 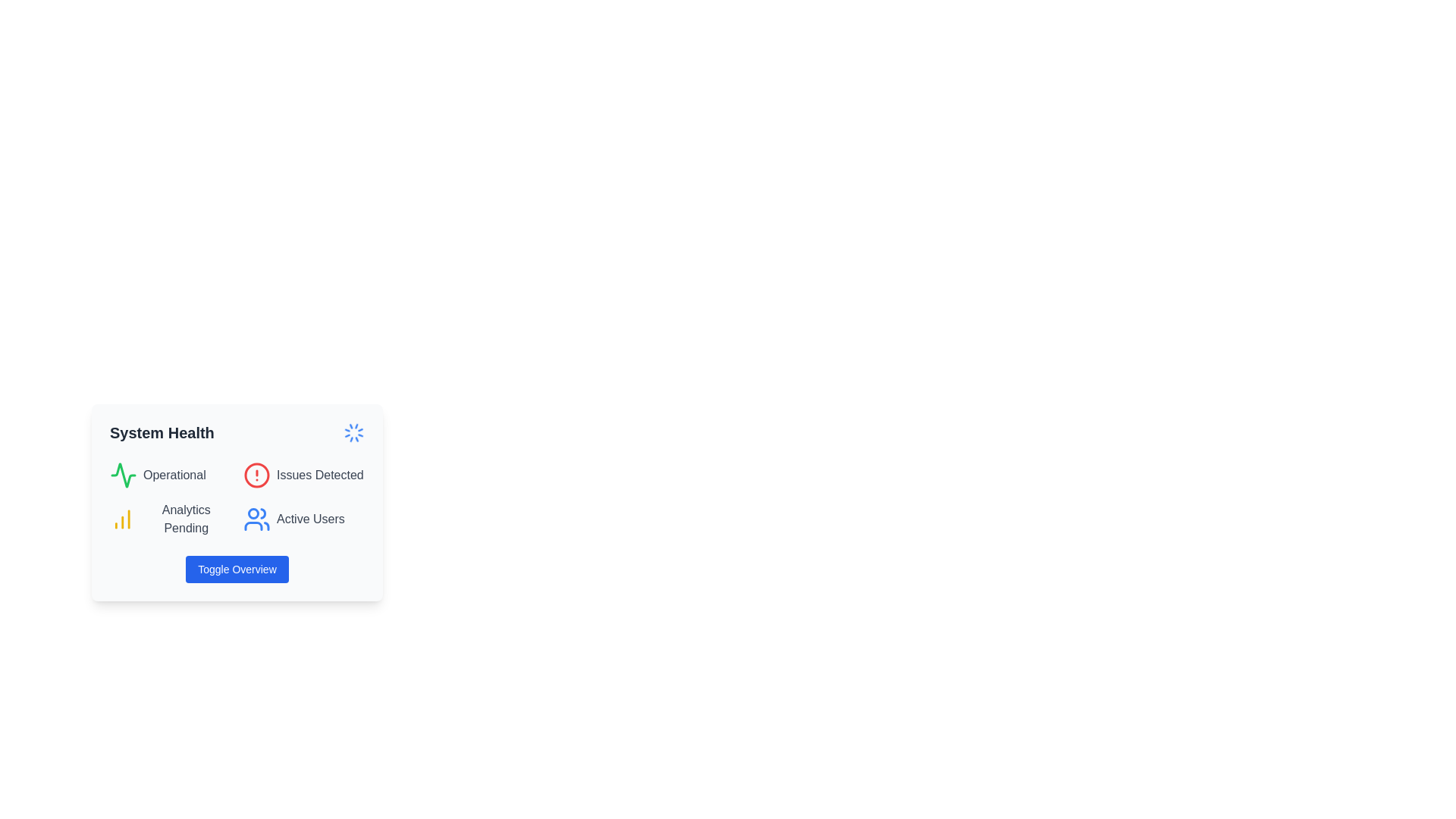 What do you see at coordinates (185, 519) in the screenshot?
I see `the Static text label displaying 'Analytics Pending' which is located at the bottom left of the 'System Health' card, below the 'Operational' status` at bounding box center [185, 519].